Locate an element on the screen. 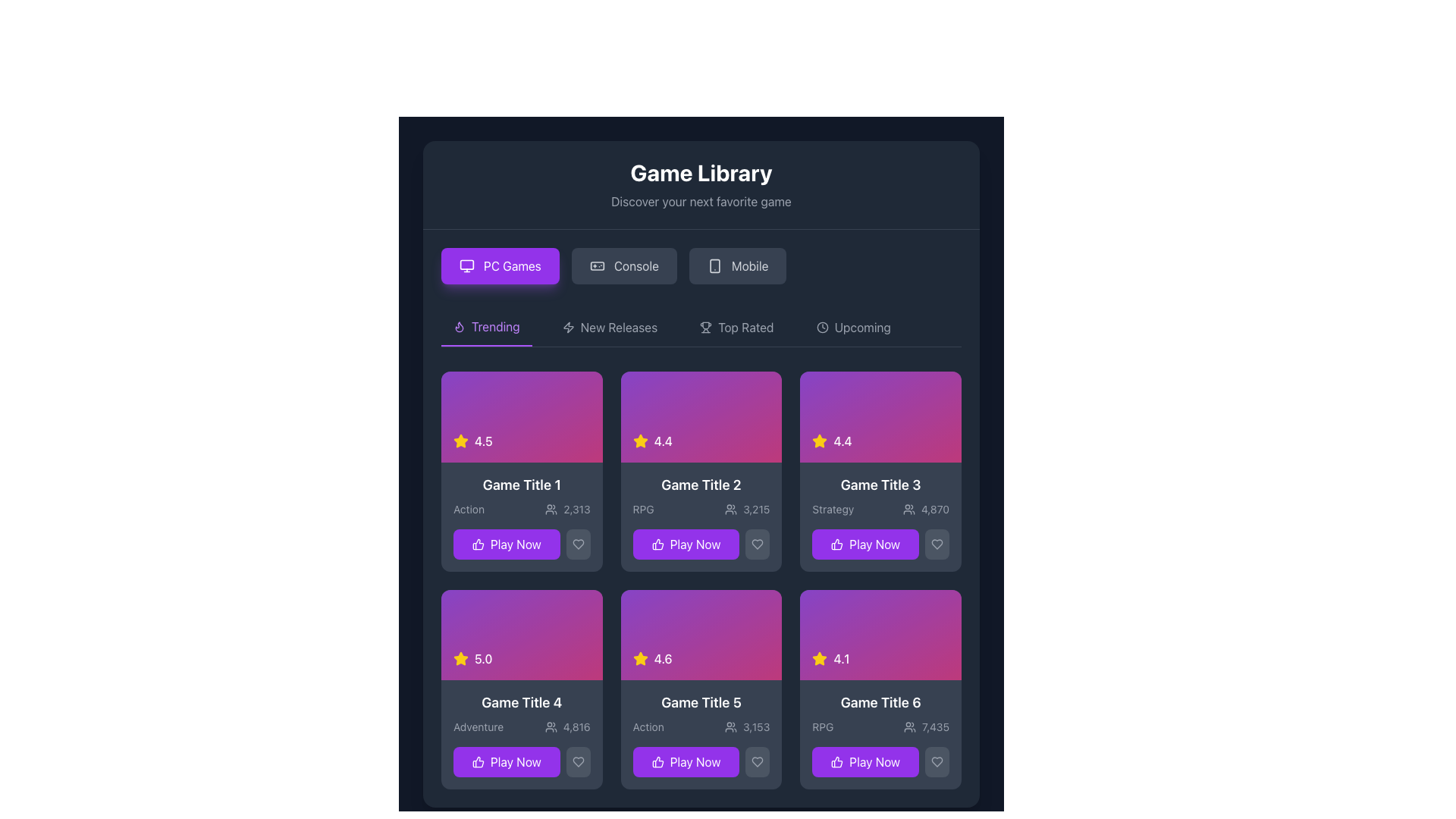 Image resolution: width=1456 pixels, height=819 pixels. visual representation of the star-shaped icon filled with yellow color, located on the gradient purple card in the game library interface, positioned in the second card of the first row is located at coordinates (460, 441).